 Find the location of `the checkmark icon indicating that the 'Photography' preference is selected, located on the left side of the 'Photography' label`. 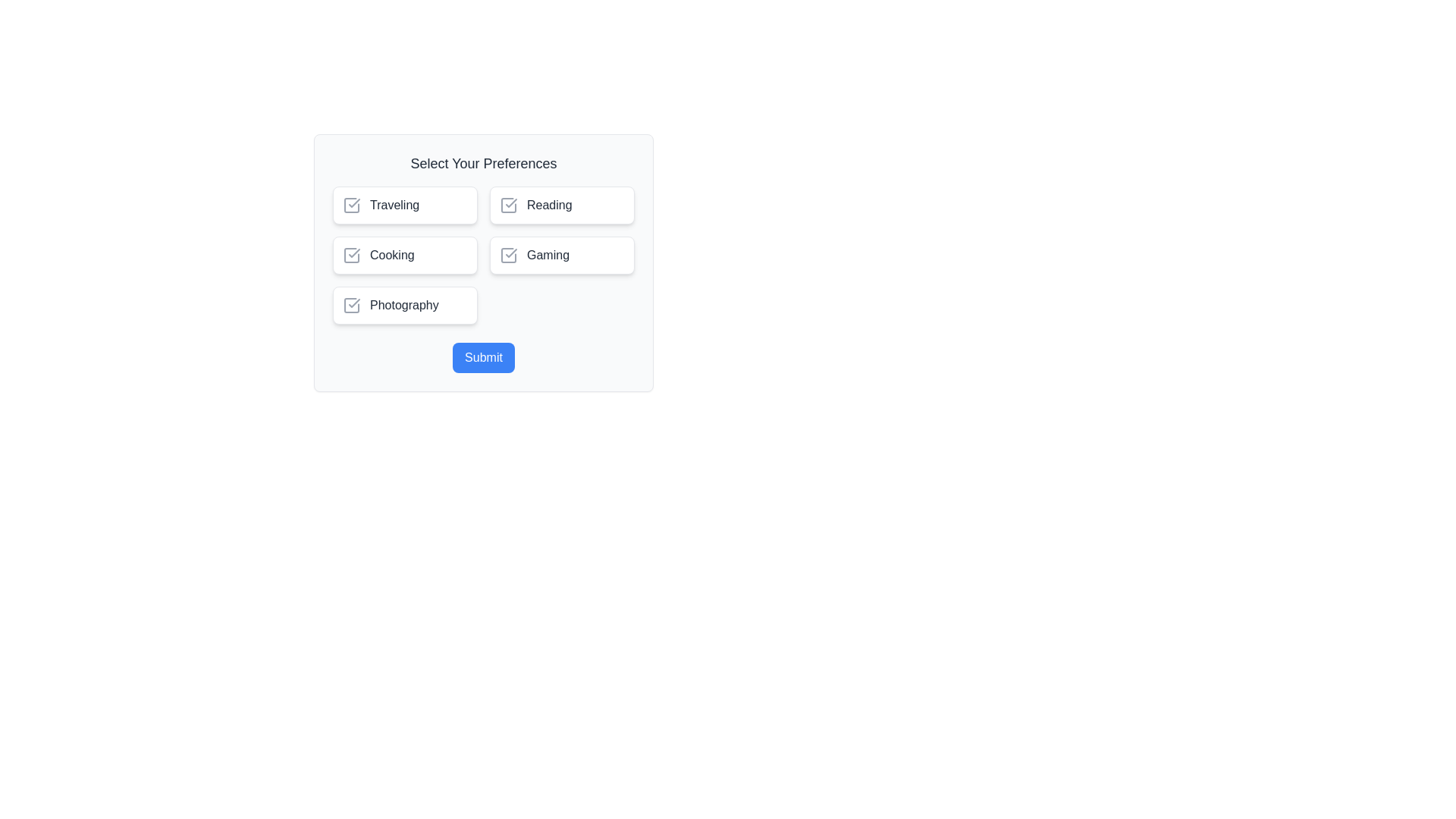

the checkmark icon indicating that the 'Photography' preference is selected, located on the left side of the 'Photography' label is located at coordinates (351, 305).